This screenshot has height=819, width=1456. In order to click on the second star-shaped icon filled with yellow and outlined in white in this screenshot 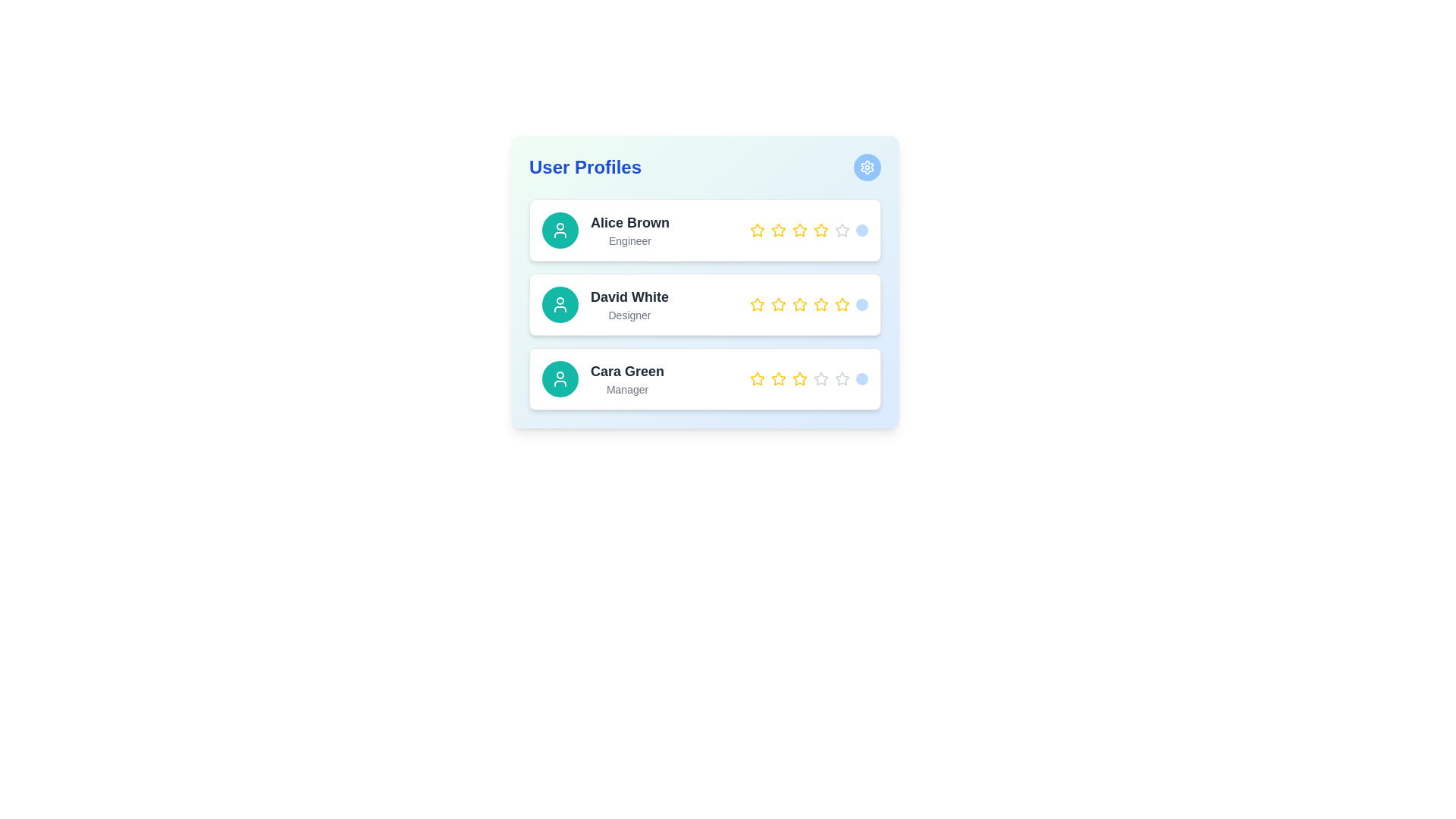, I will do `click(757, 304)`.